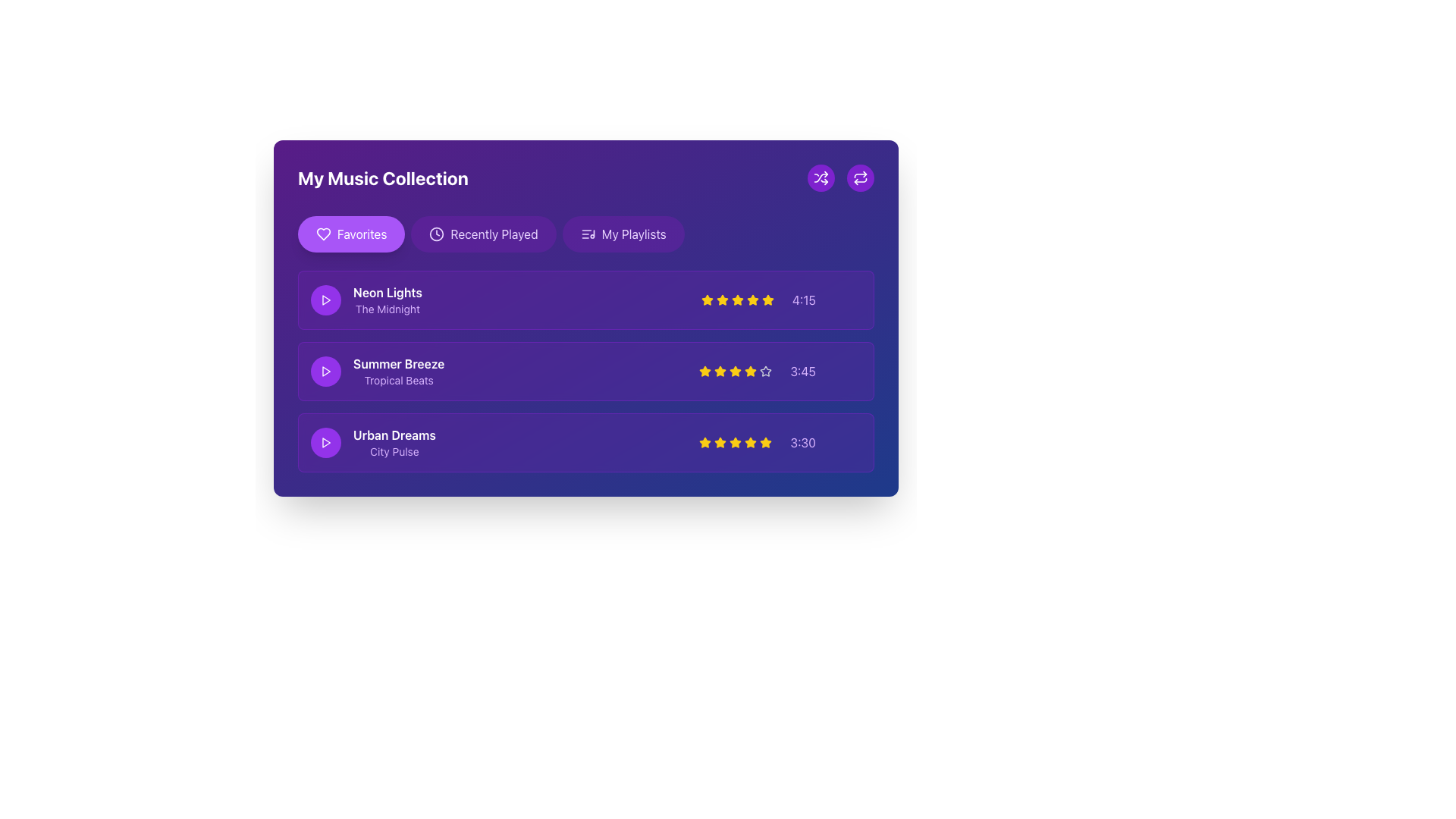 The height and width of the screenshot is (819, 1456). I want to click on text information displayed by the duration label located at the rightmost end of the first row of playlist items, adjacent to five yellow stars, so click(803, 300).